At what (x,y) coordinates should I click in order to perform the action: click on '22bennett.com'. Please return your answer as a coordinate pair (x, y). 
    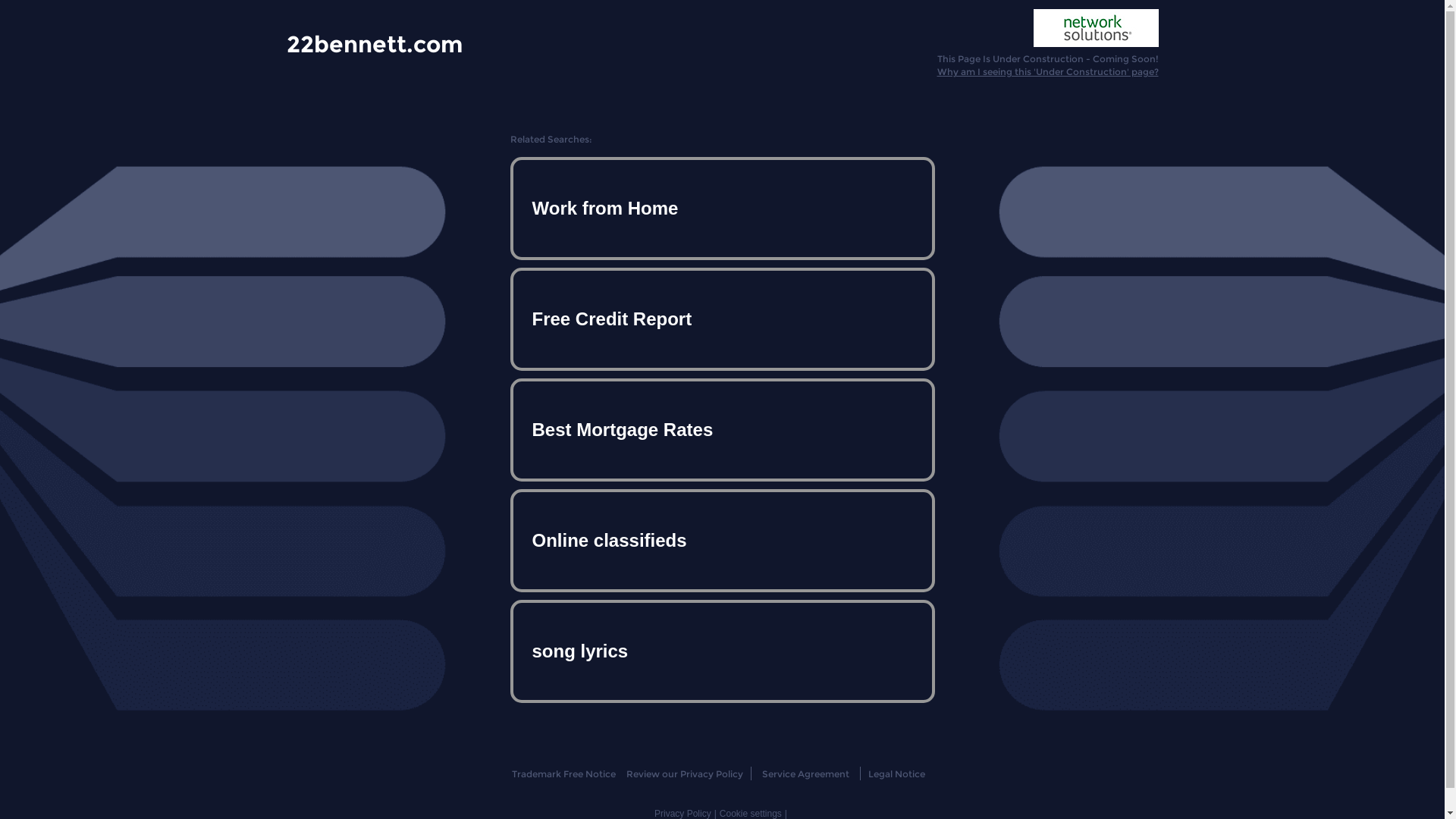
    Looking at the image, I should click on (287, 42).